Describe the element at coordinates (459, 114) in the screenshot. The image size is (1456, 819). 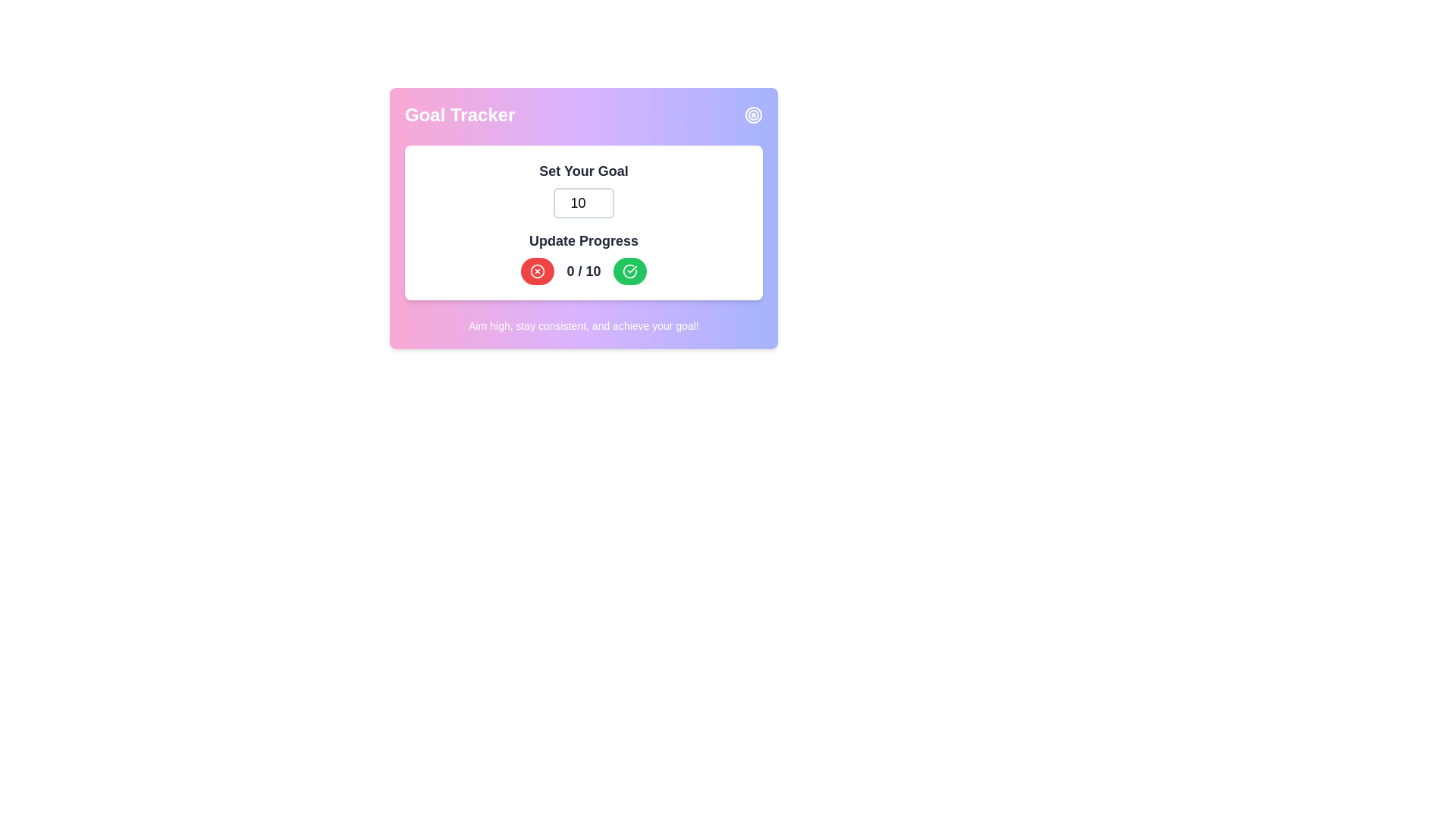
I see `the 'Goal Tracker' text label, which is prominently styled in a bold and large font with a white color, located at the upper-left corner of the panel` at that location.